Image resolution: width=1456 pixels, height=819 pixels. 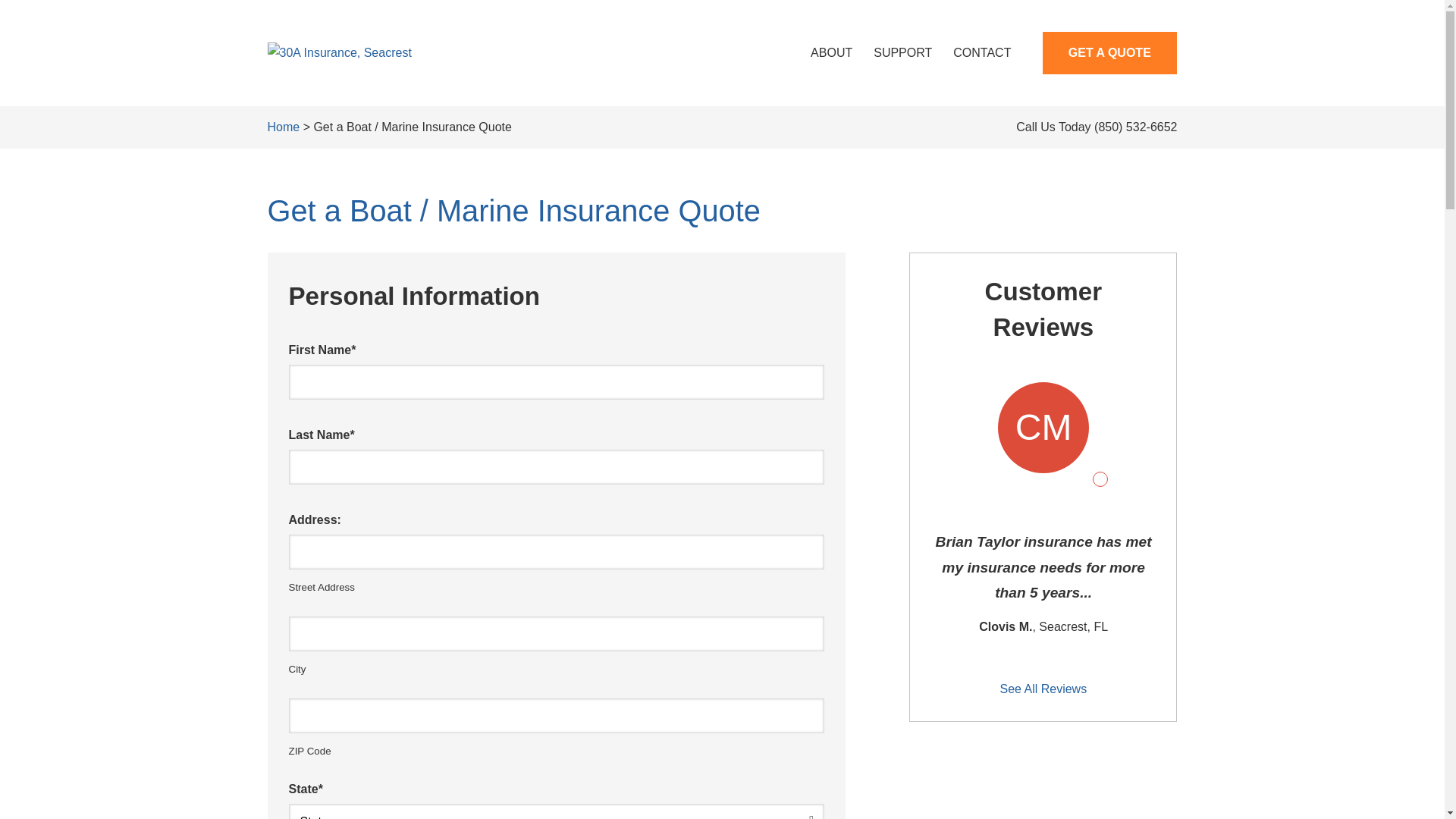 I want to click on 'Home Page (opens popup window)', so click(x=337, y=52).